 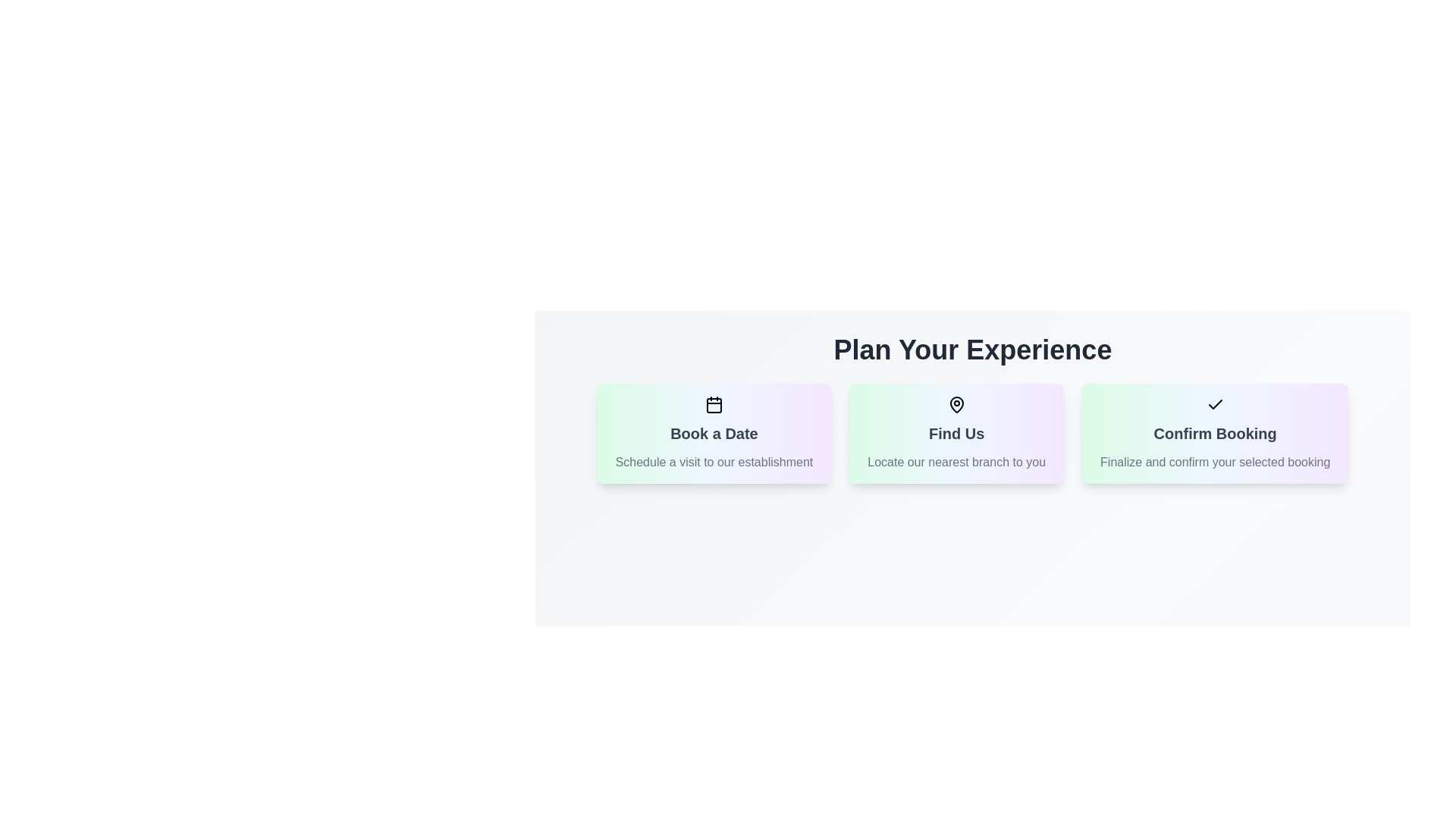 What do you see at coordinates (1215, 403) in the screenshot?
I see `the checkmark icon located at the top center of the rightmost card under the title 'Confirm Booking', which has a simple black outline resembling a tick mark` at bounding box center [1215, 403].